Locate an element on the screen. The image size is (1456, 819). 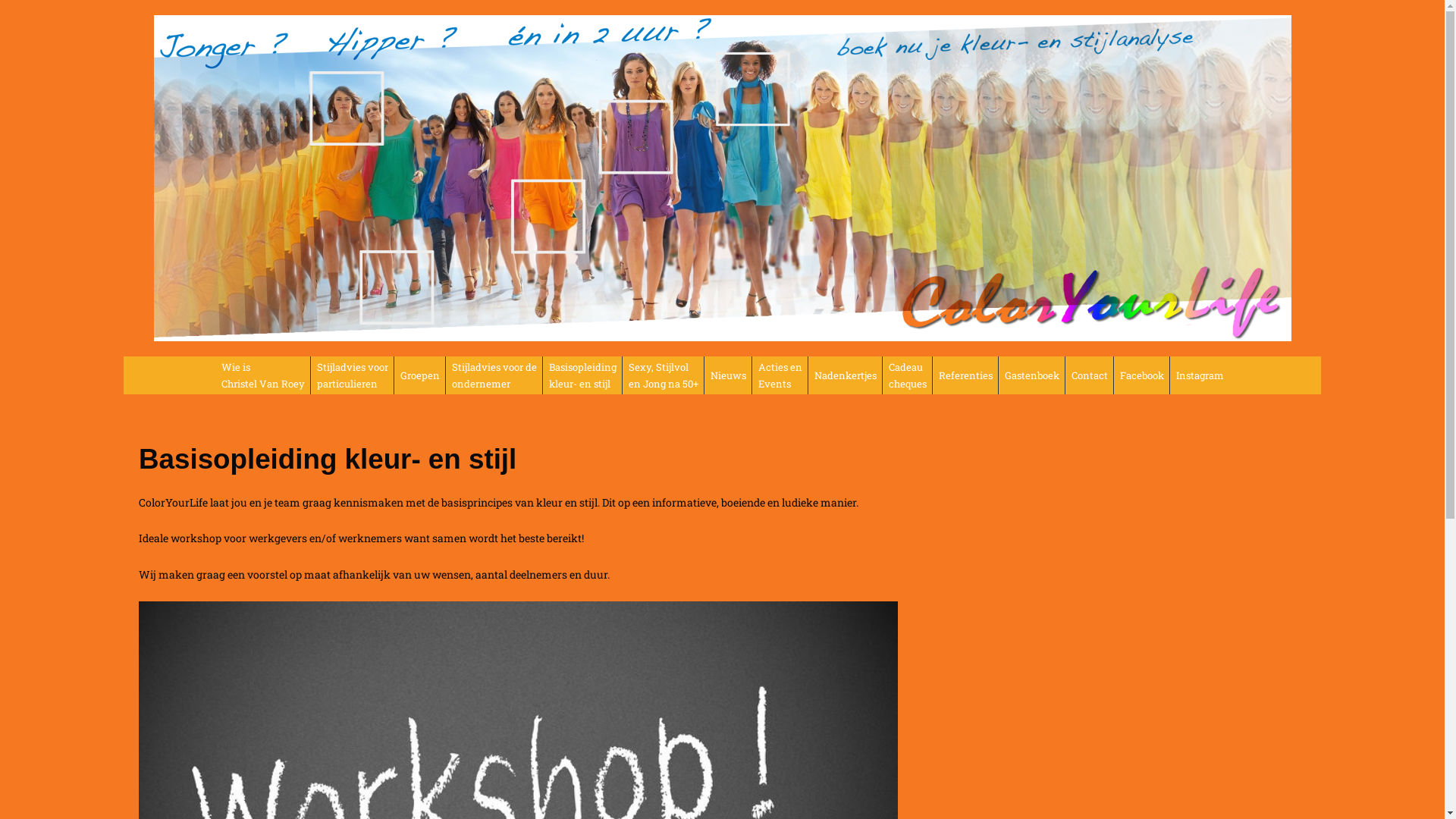
'Basisopleiding is located at coordinates (582, 375).